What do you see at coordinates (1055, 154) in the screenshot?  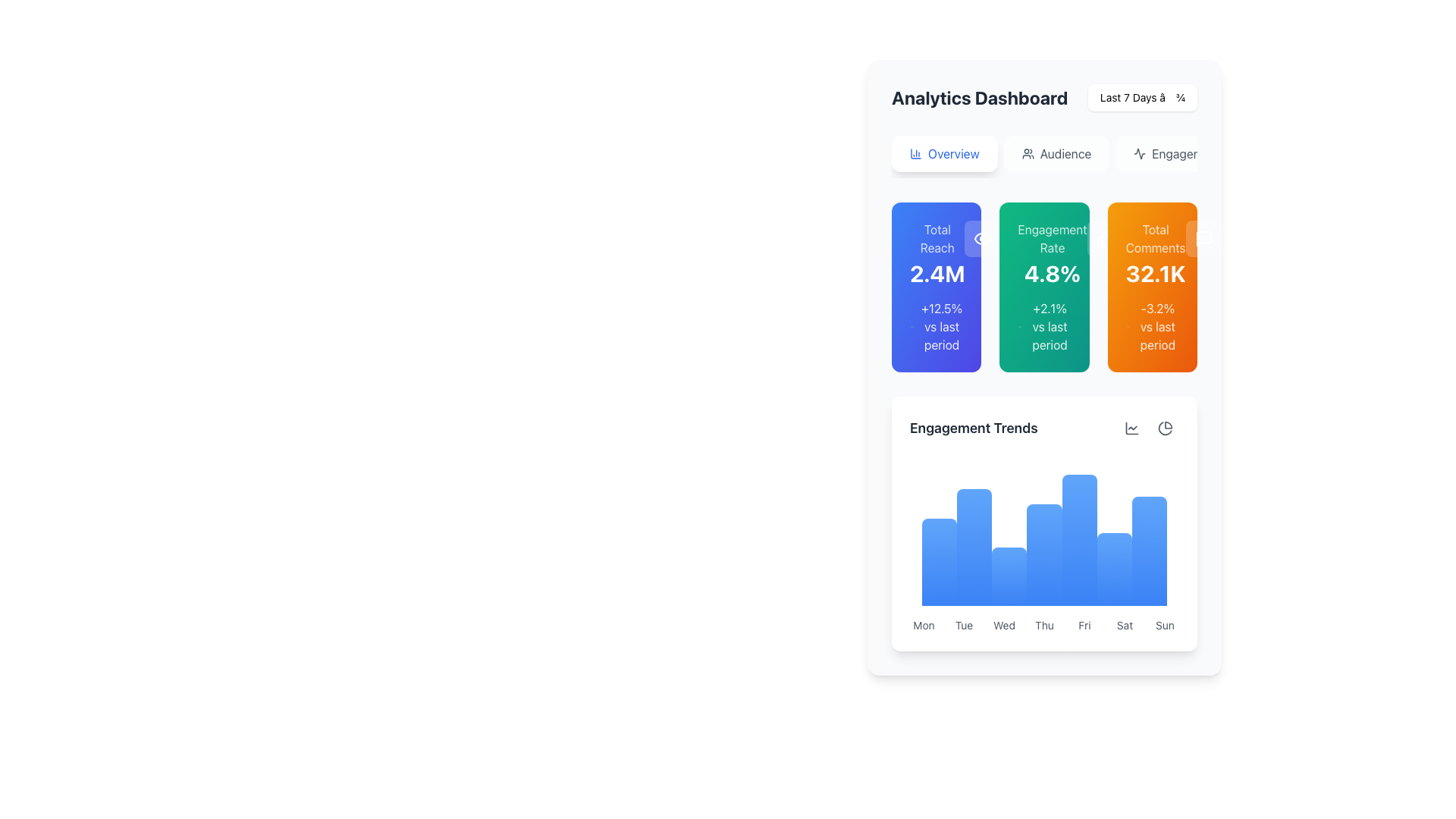 I see `the second button in the top navigation bar of the dashboard` at bounding box center [1055, 154].